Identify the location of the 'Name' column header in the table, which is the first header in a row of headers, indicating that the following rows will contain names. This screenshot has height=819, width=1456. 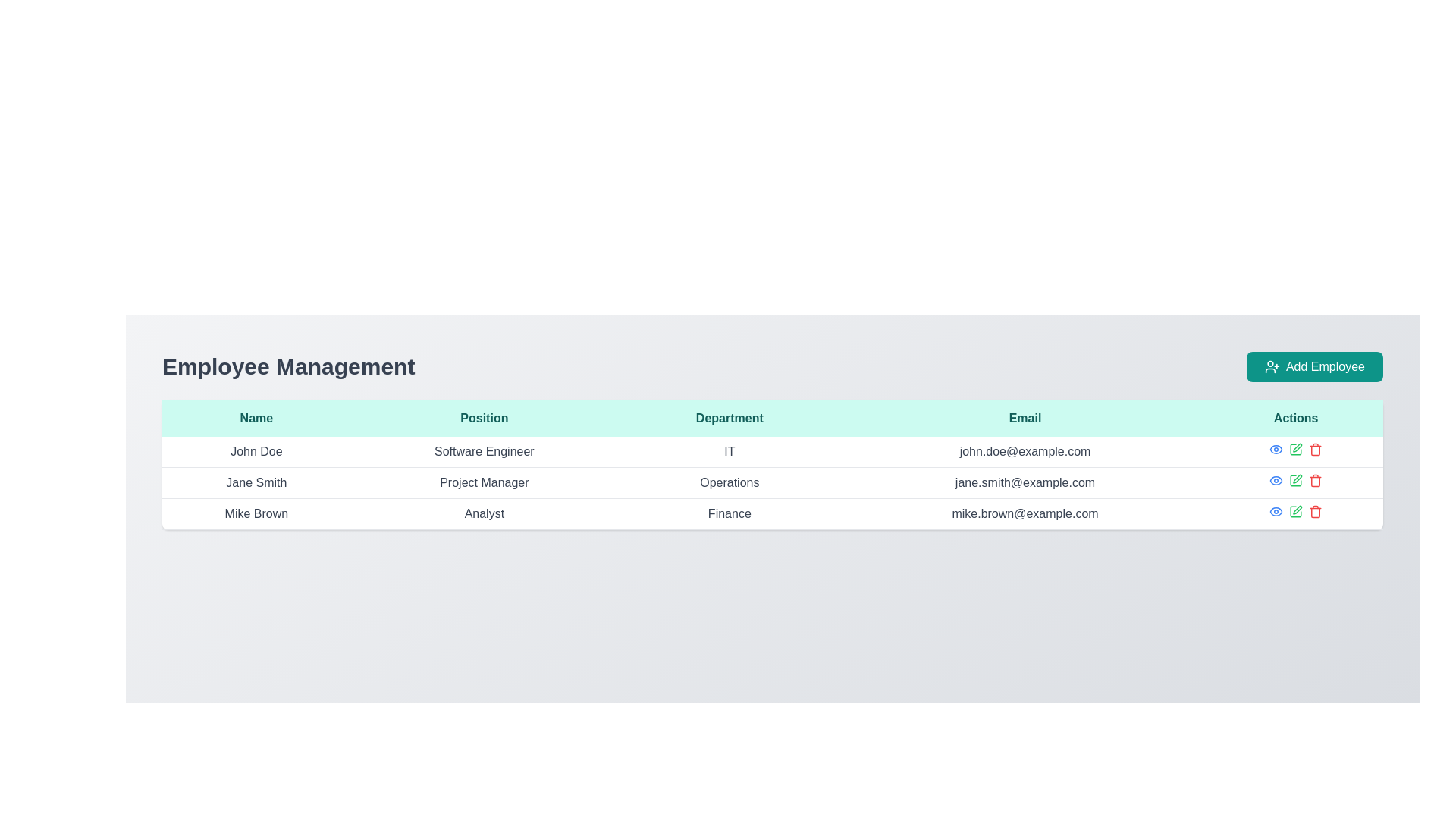
(256, 418).